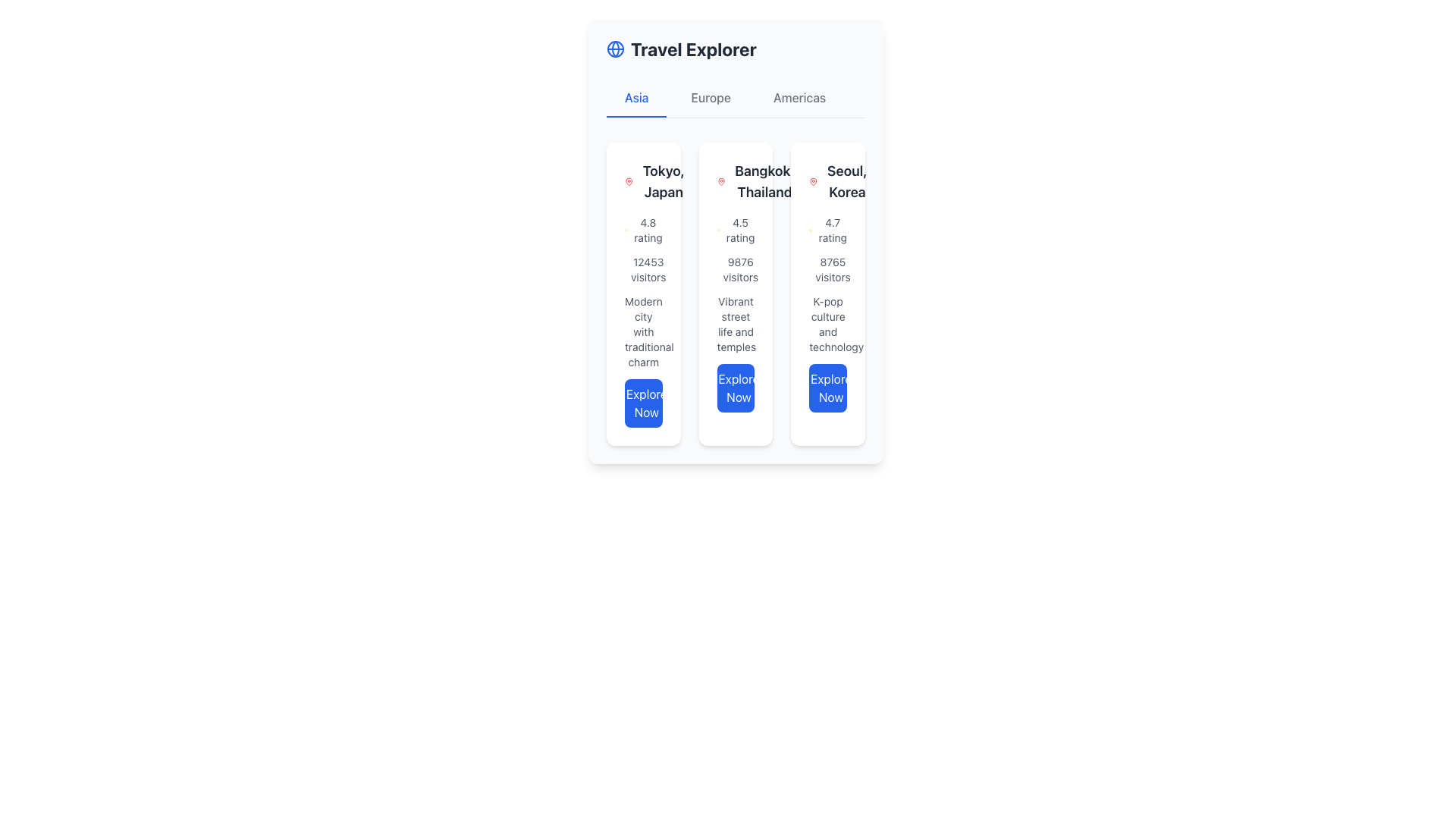  I want to click on the numerical rating text label located below the title 'Bangkok Thailand' and above the visitor numbers, aligned with a star icon on the left, so click(740, 231).